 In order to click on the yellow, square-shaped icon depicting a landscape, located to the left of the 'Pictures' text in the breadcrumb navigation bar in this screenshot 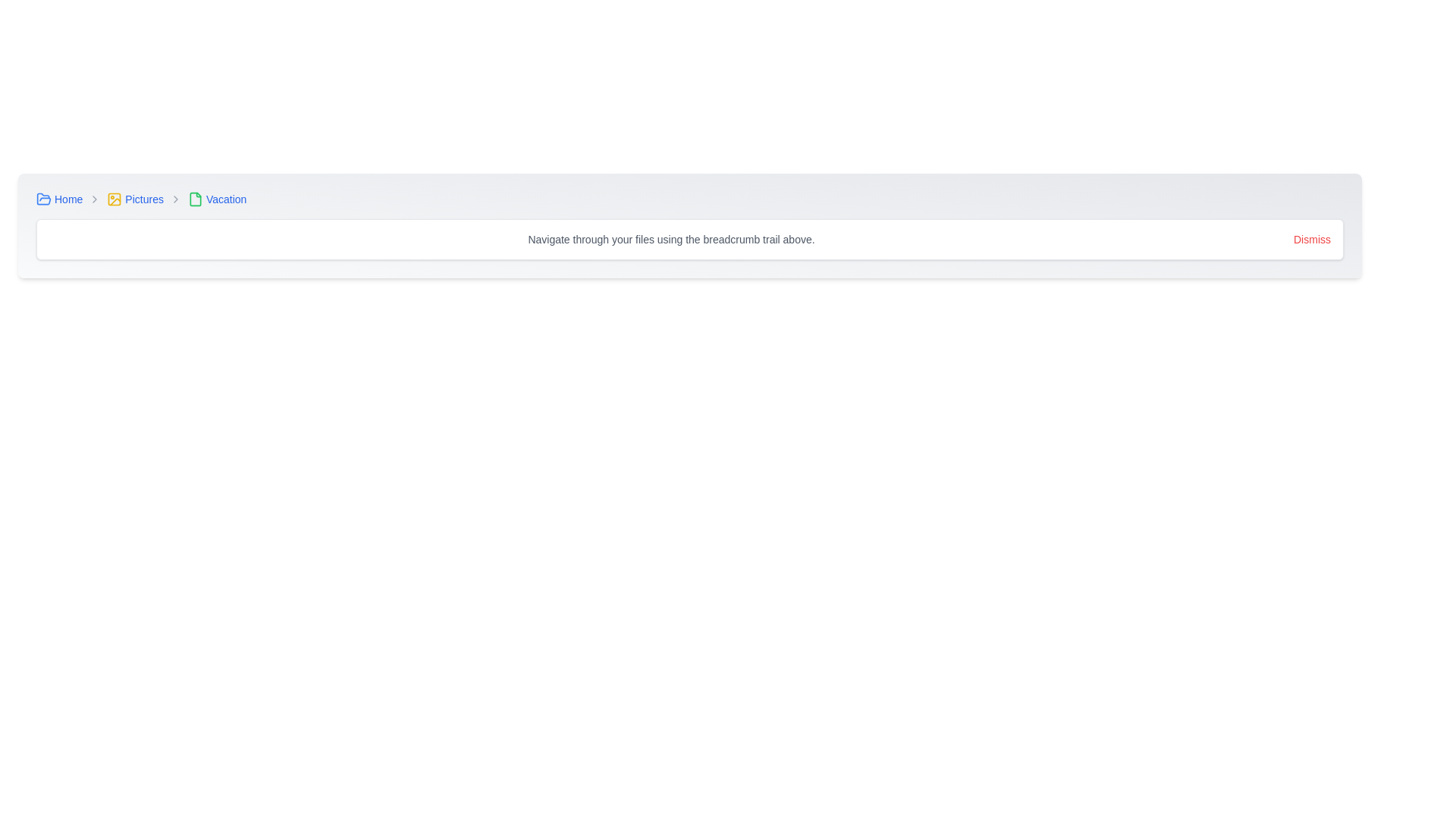, I will do `click(114, 198)`.